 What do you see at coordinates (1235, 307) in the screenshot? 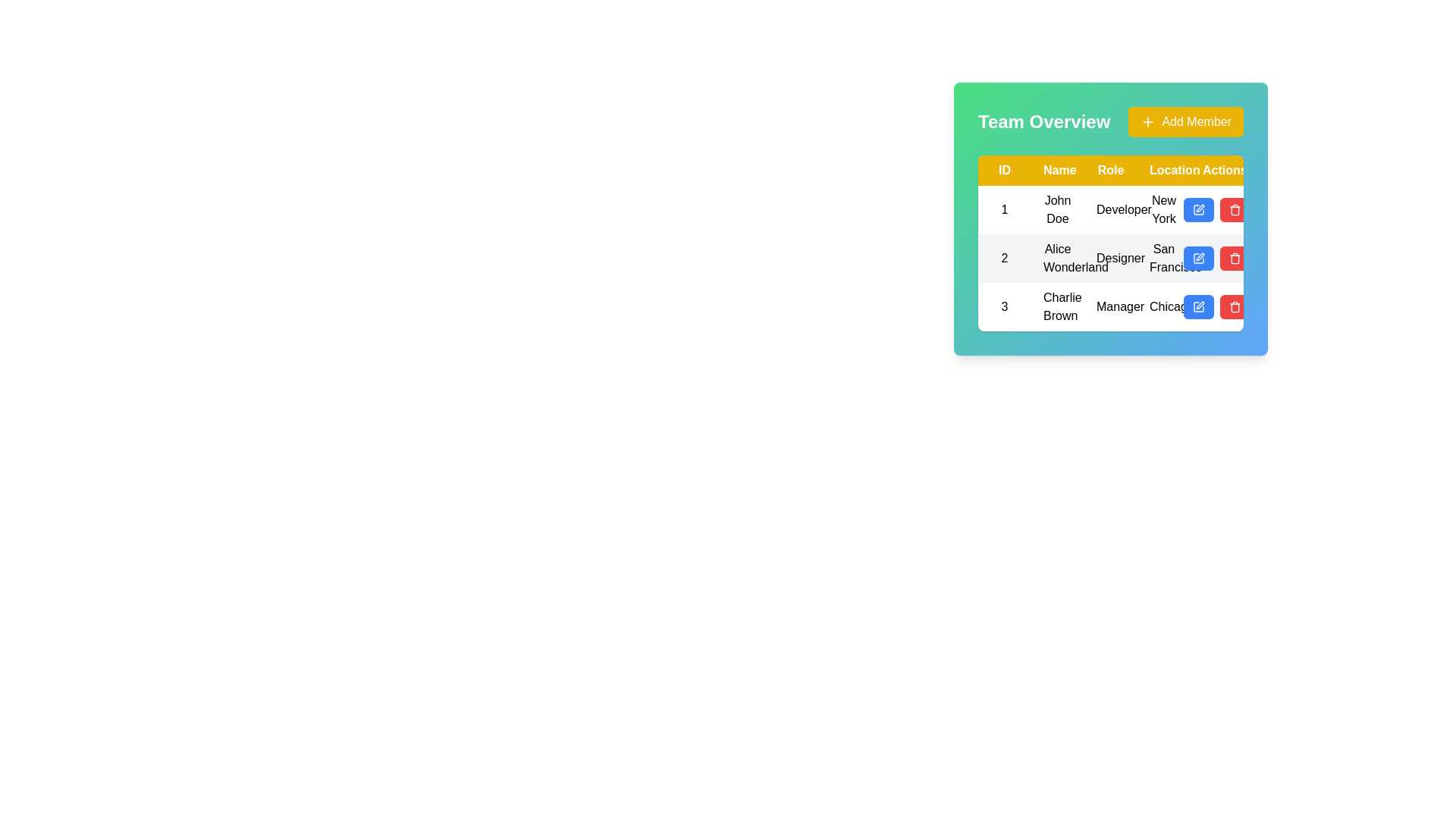
I see `the delete button located` at bounding box center [1235, 307].